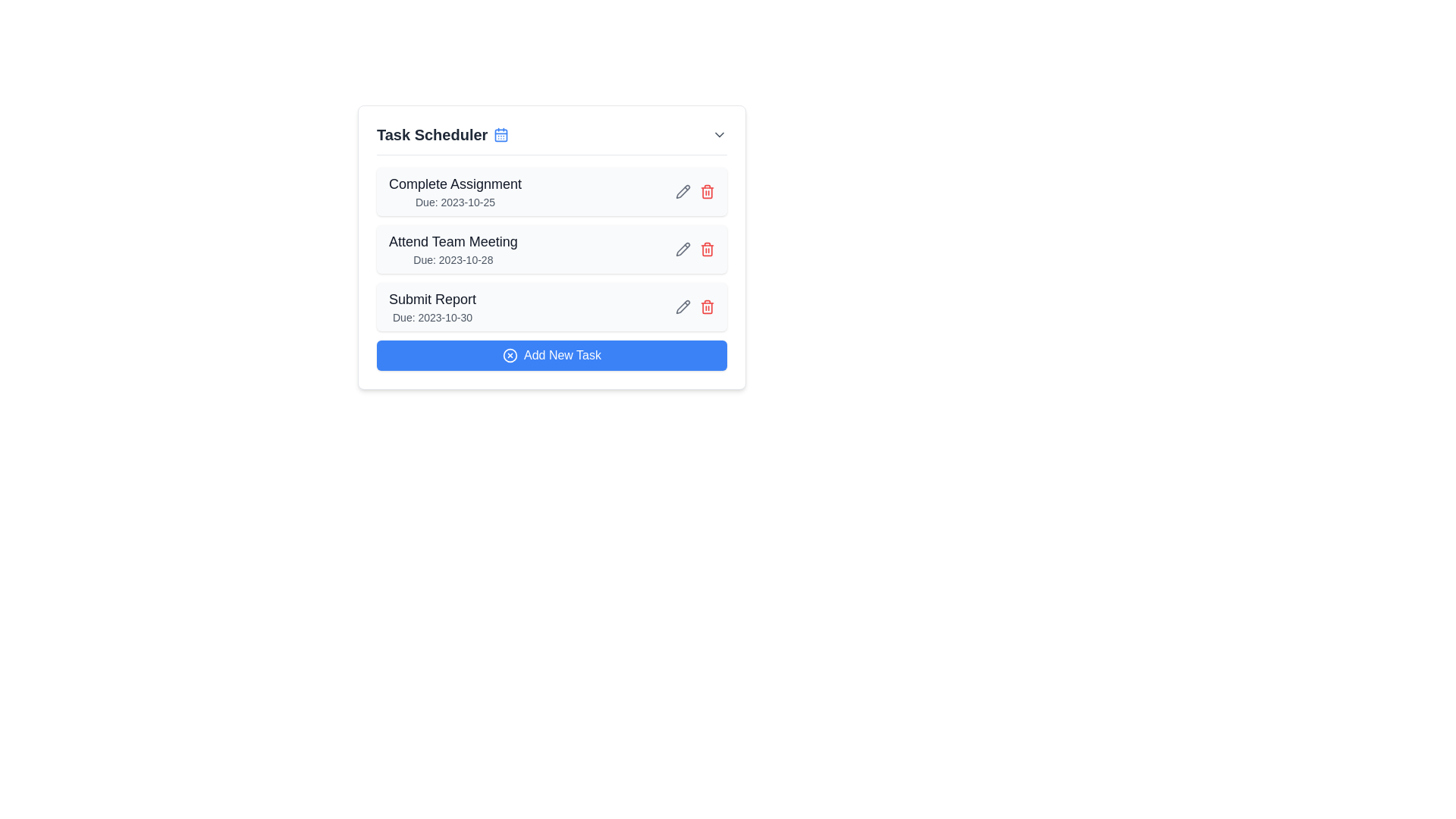 The height and width of the screenshot is (819, 1456). Describe the element at coordinates (452, 248) in the screenshot. I see `the second task entry in the task scheduler that displays the task title and its due date, located between 'Complete Assignment' and 'Submit Report'` at that location.